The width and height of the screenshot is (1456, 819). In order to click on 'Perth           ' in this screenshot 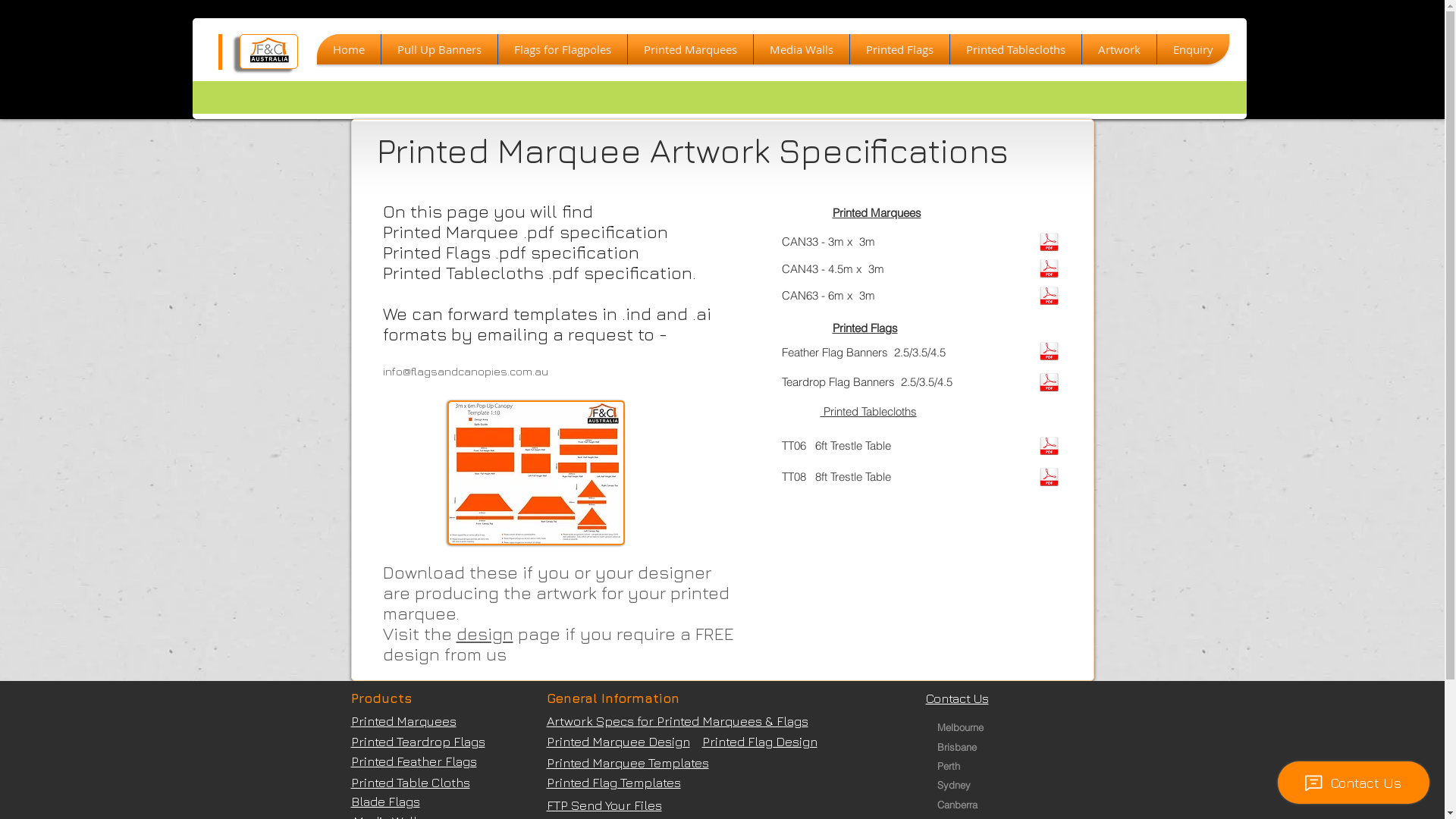, I will do `click(937, 766)`.